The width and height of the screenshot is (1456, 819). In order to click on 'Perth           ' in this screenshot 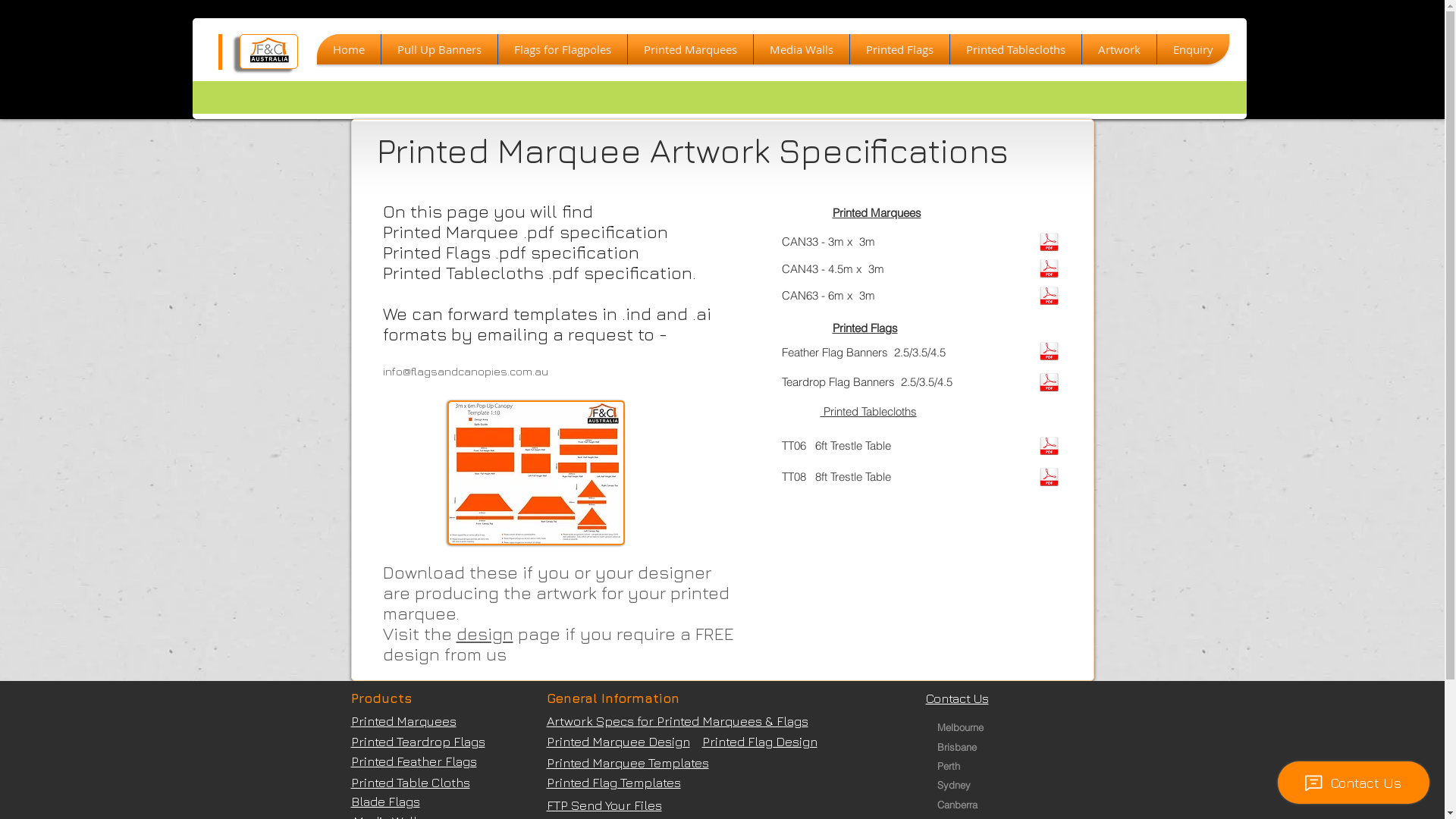, I will do `click(937, 766)`.